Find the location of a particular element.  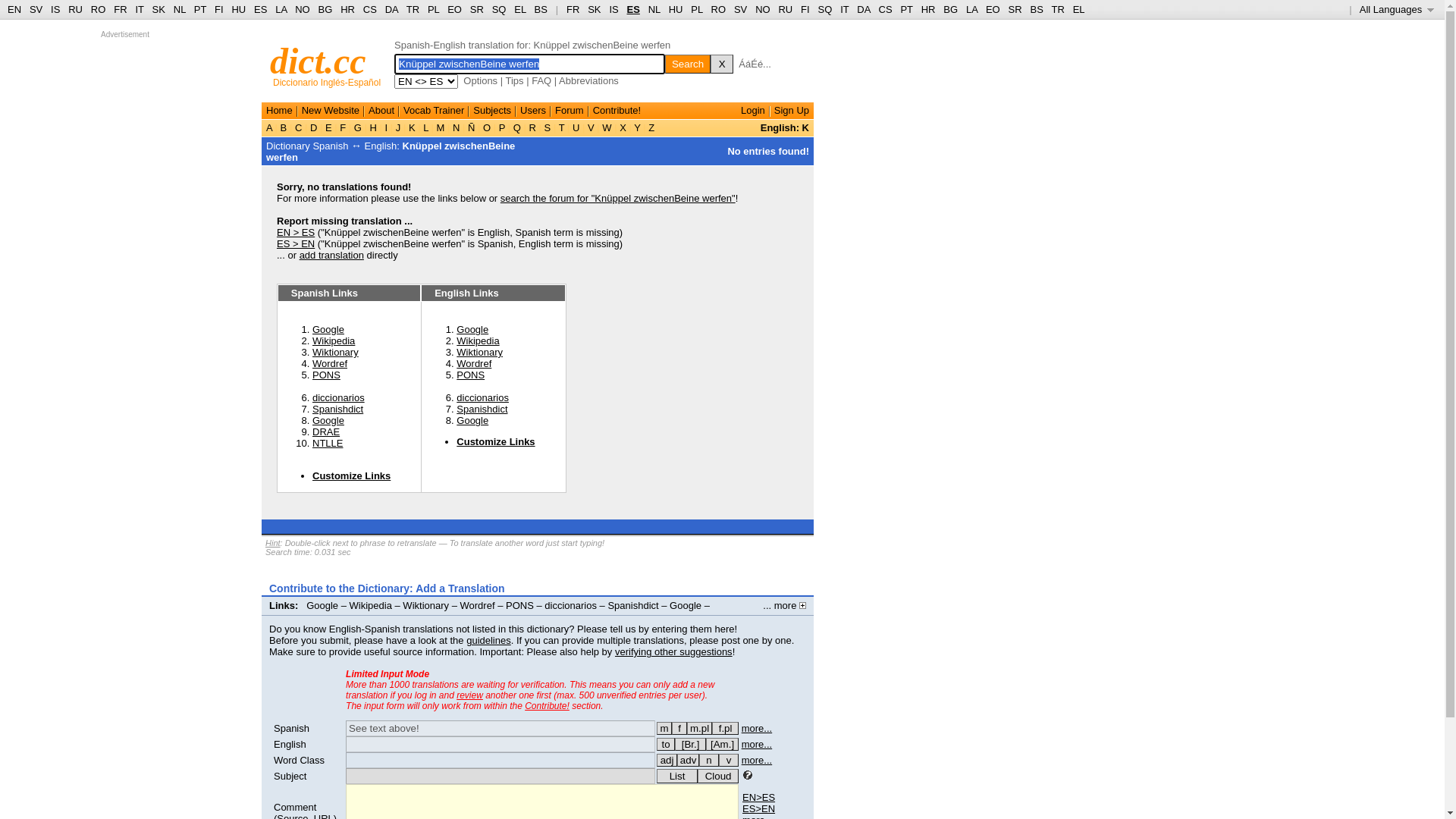

'Y' is located at coordinates (632, 127).